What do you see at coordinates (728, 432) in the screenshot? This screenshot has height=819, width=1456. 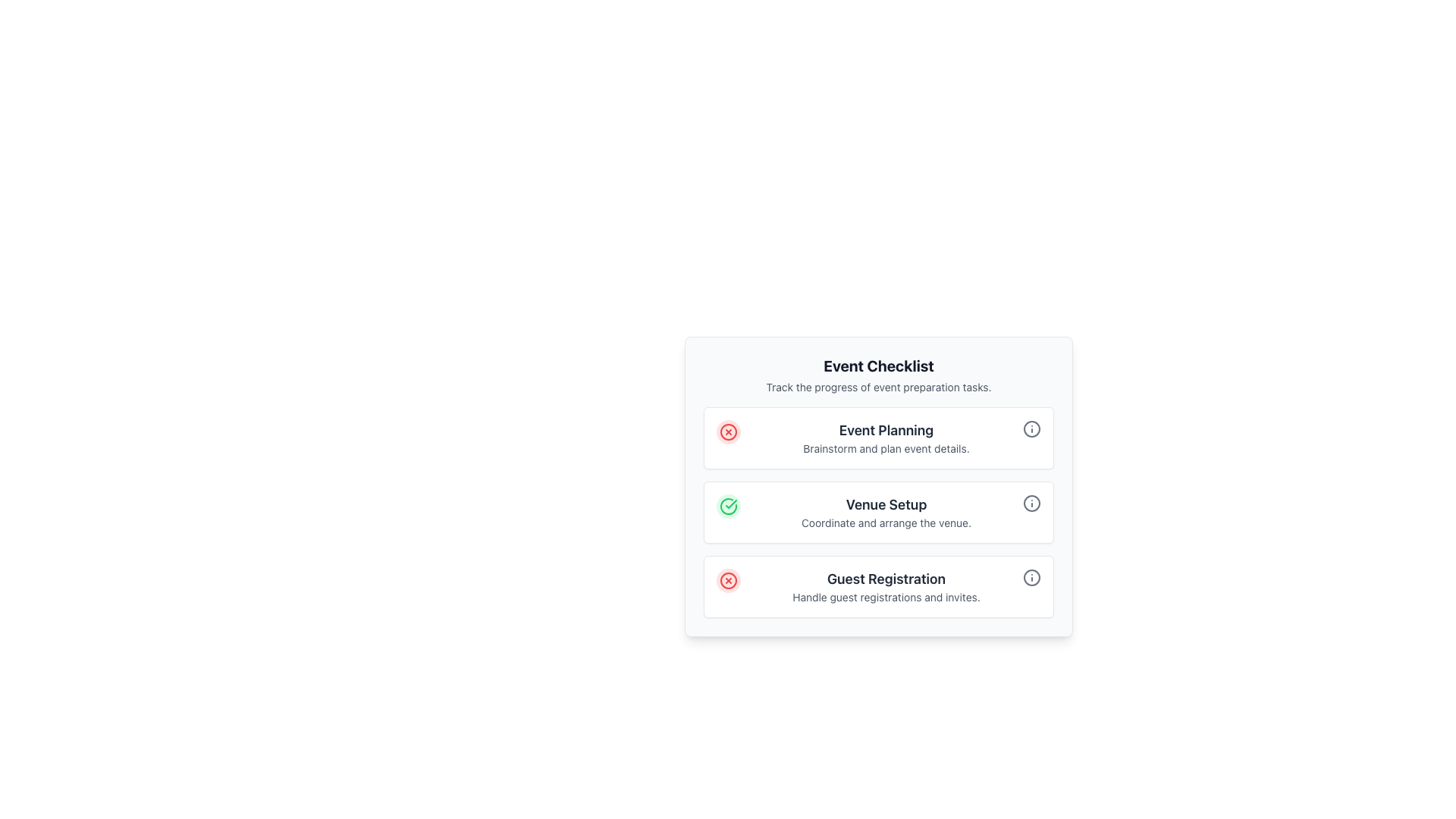 I see `the Cancel/Close indicator icon located to the left of 'Event Planning' in the checklist` at bounding box center [728, 432].